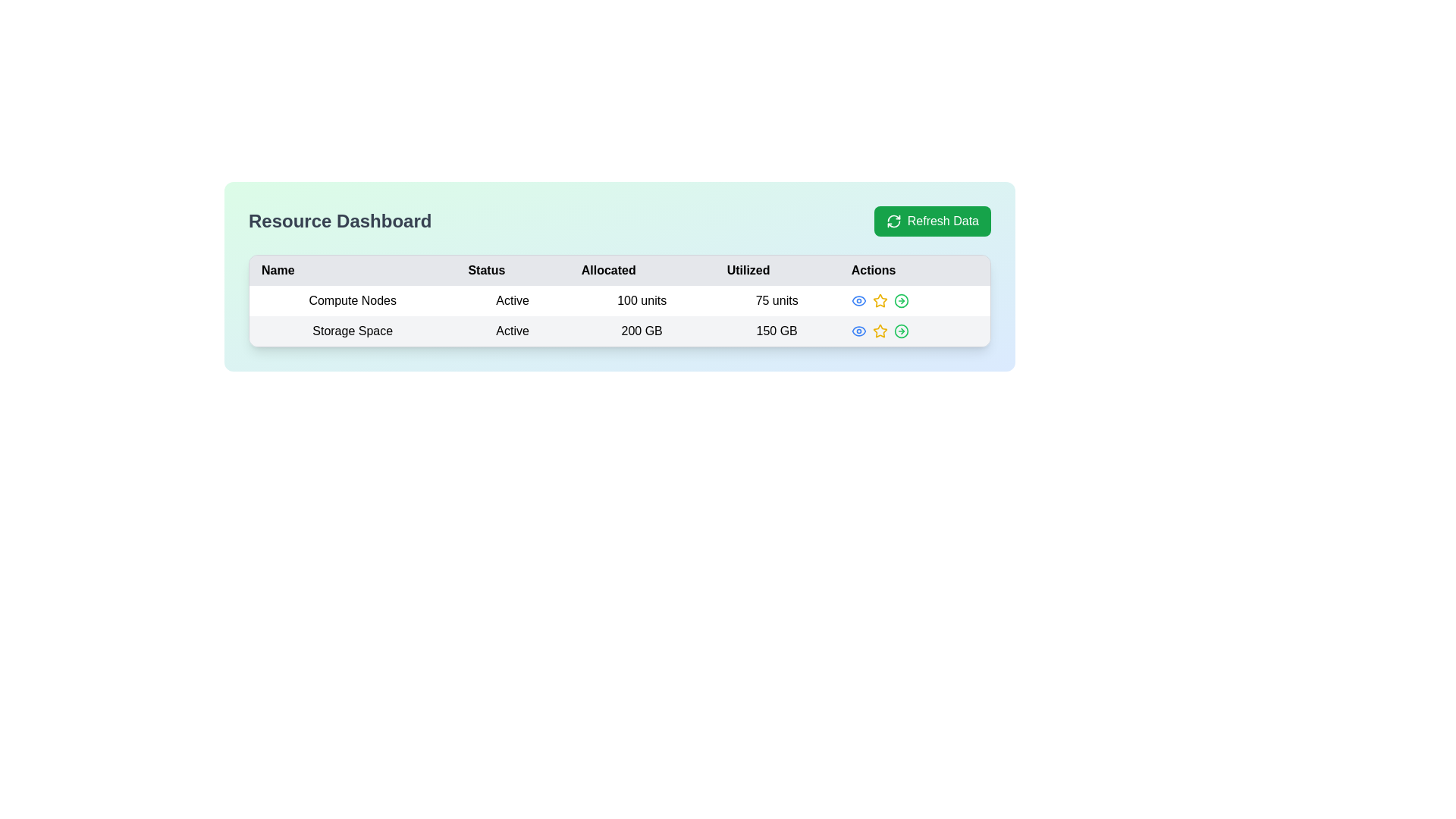 Image resolution: width=1456 pixels, height=819 pixels. Describe the element at coordinates (352, 301) in the screenshot. I see `the 'Compute Nodes' text label located in the first row and first column of a table-like layout` at that location.